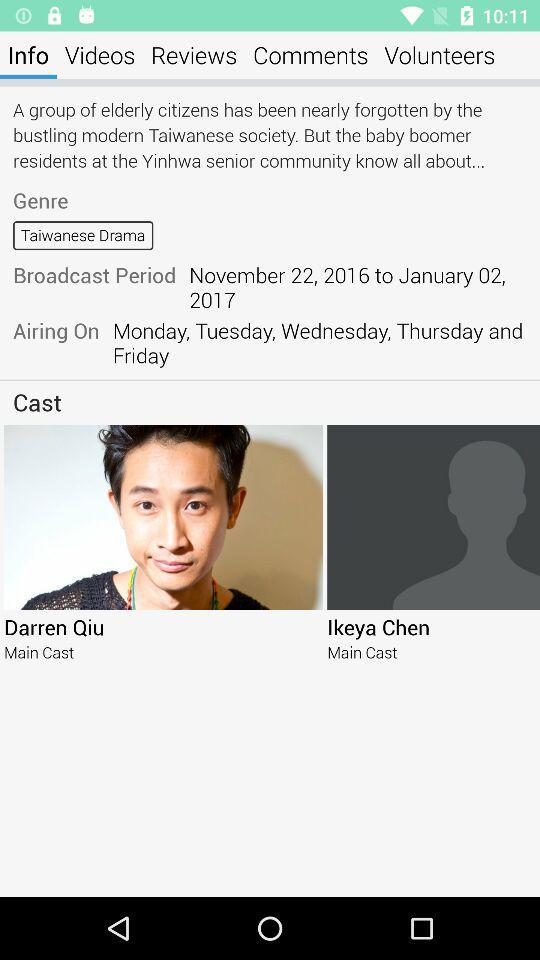 This screenshot has height=960, width=540. What do you see at coordinates (99, 54) in the screenshot?
I see `icon to the left of the reviews` at bounding box center [99, 54].